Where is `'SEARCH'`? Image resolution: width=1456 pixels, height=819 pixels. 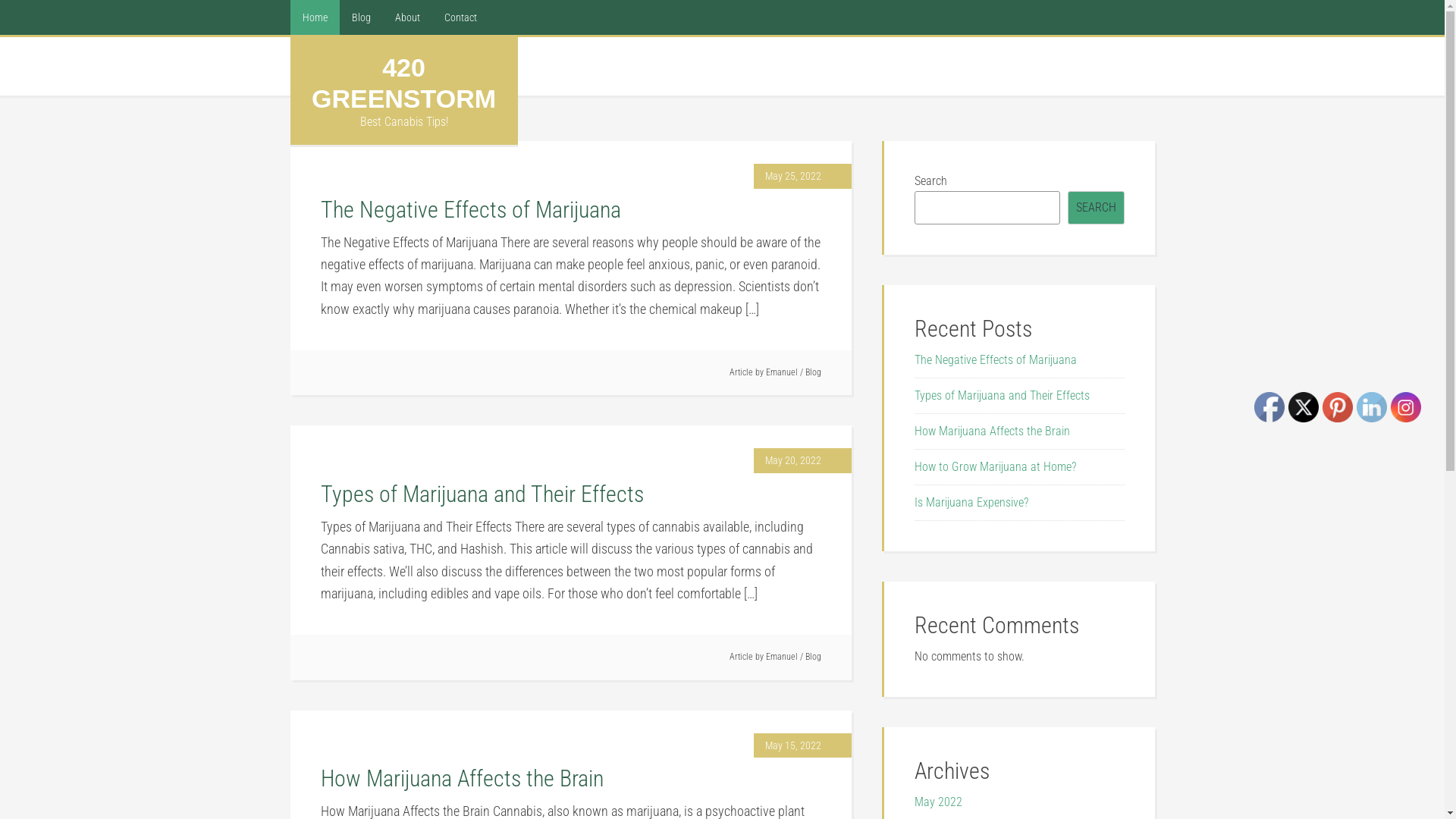
'SEARCH' is located at coordinates (1096, 207).